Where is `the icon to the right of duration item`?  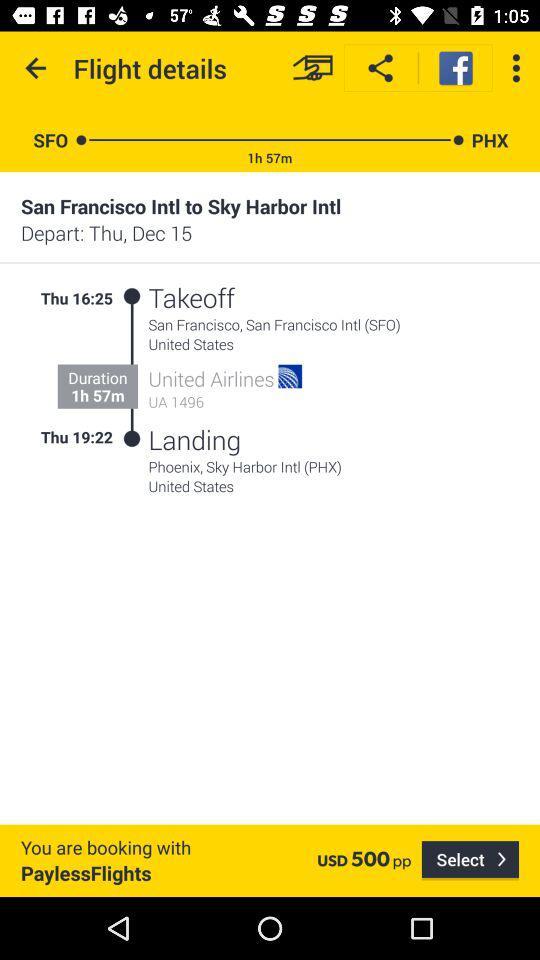
the icon to the right of duration item is located at coordinates (132, 367).